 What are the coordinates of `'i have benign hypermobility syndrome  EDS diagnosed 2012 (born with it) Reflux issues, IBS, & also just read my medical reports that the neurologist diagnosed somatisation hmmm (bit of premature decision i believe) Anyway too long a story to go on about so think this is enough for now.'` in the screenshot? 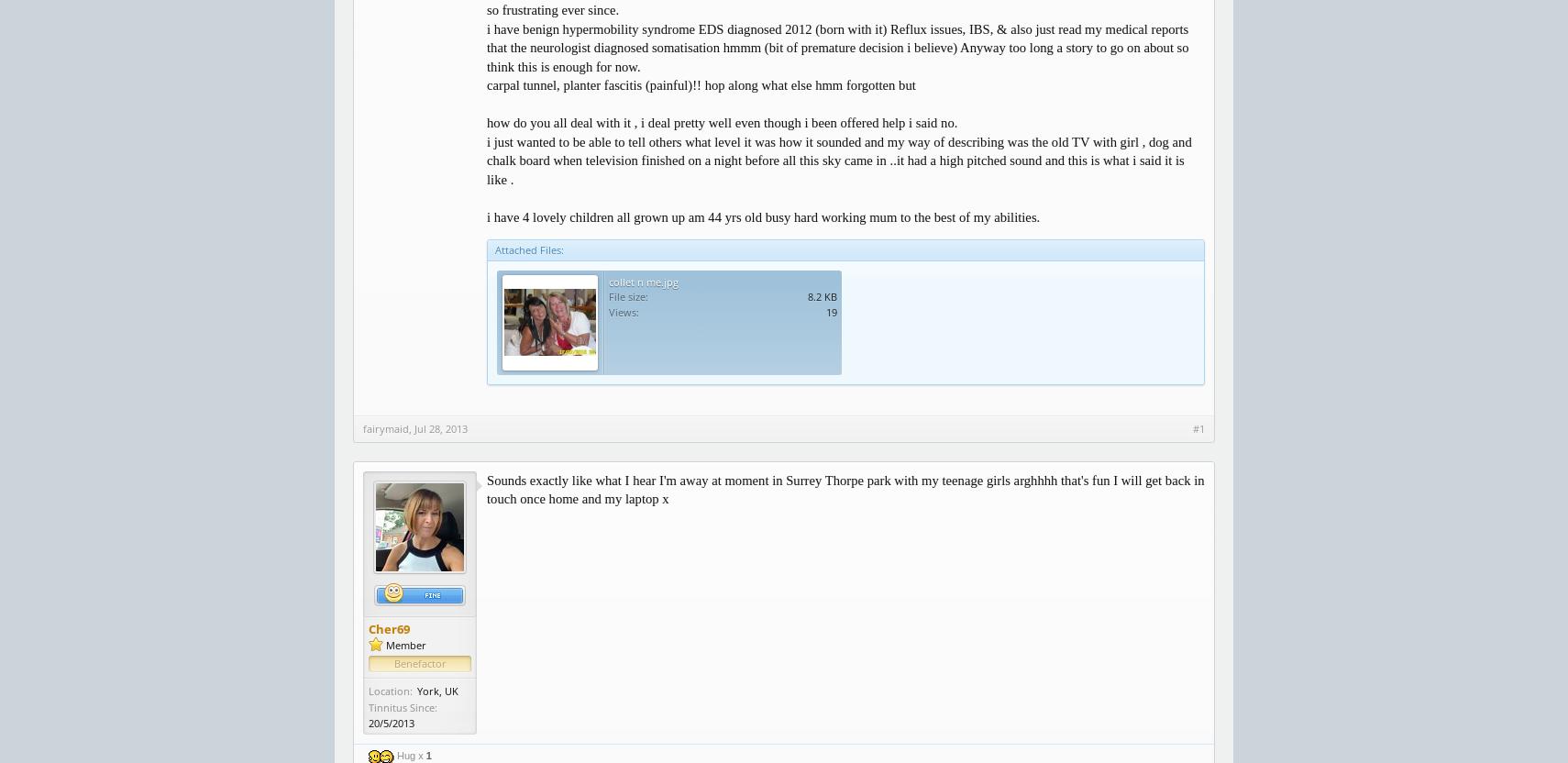 It's located at (486, 47).